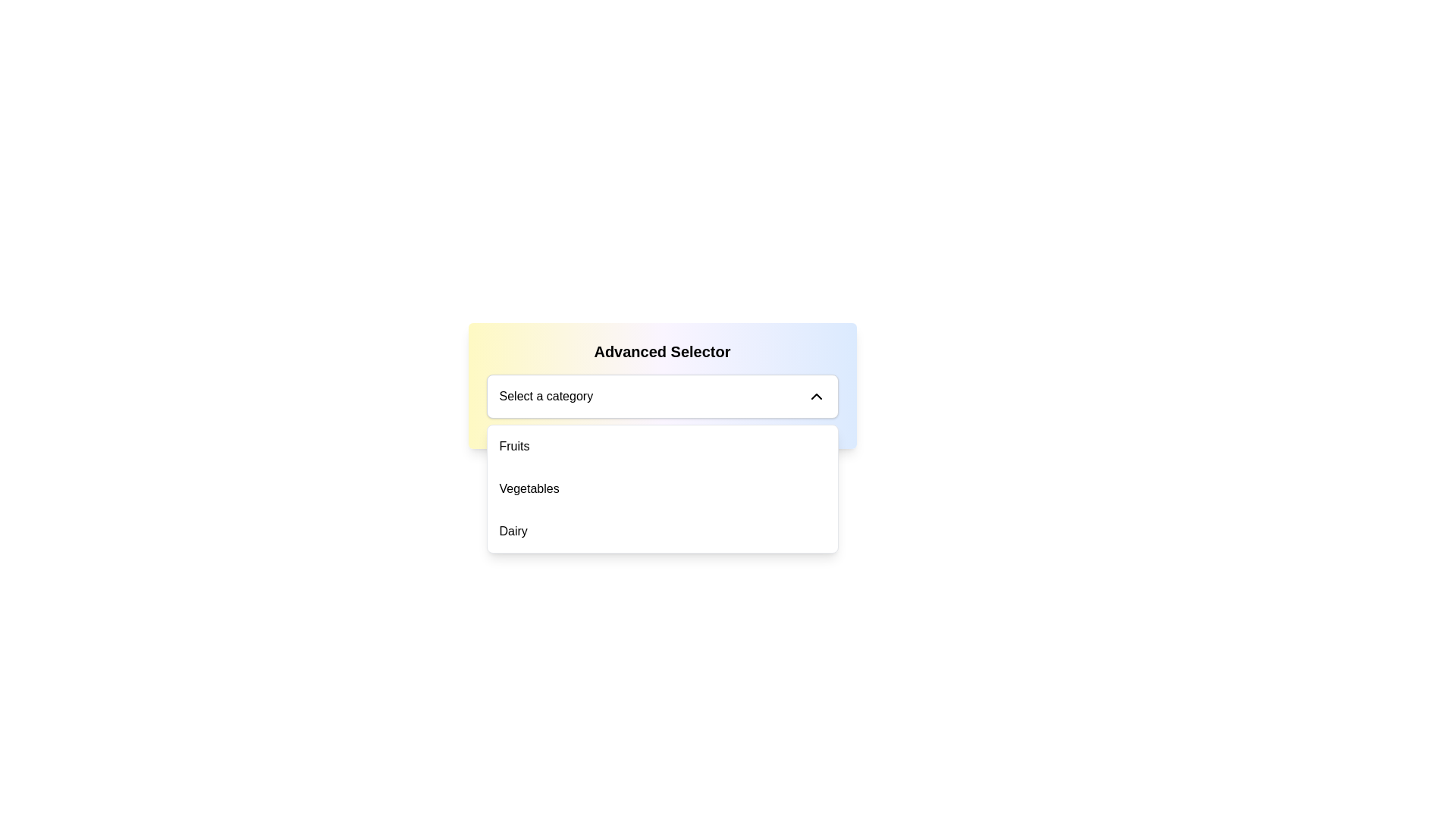  What do you see at coordinates (662, 531) in the screenshot?
I see `the list item labeled 'Dairy'` at bounding box center [662, 531].